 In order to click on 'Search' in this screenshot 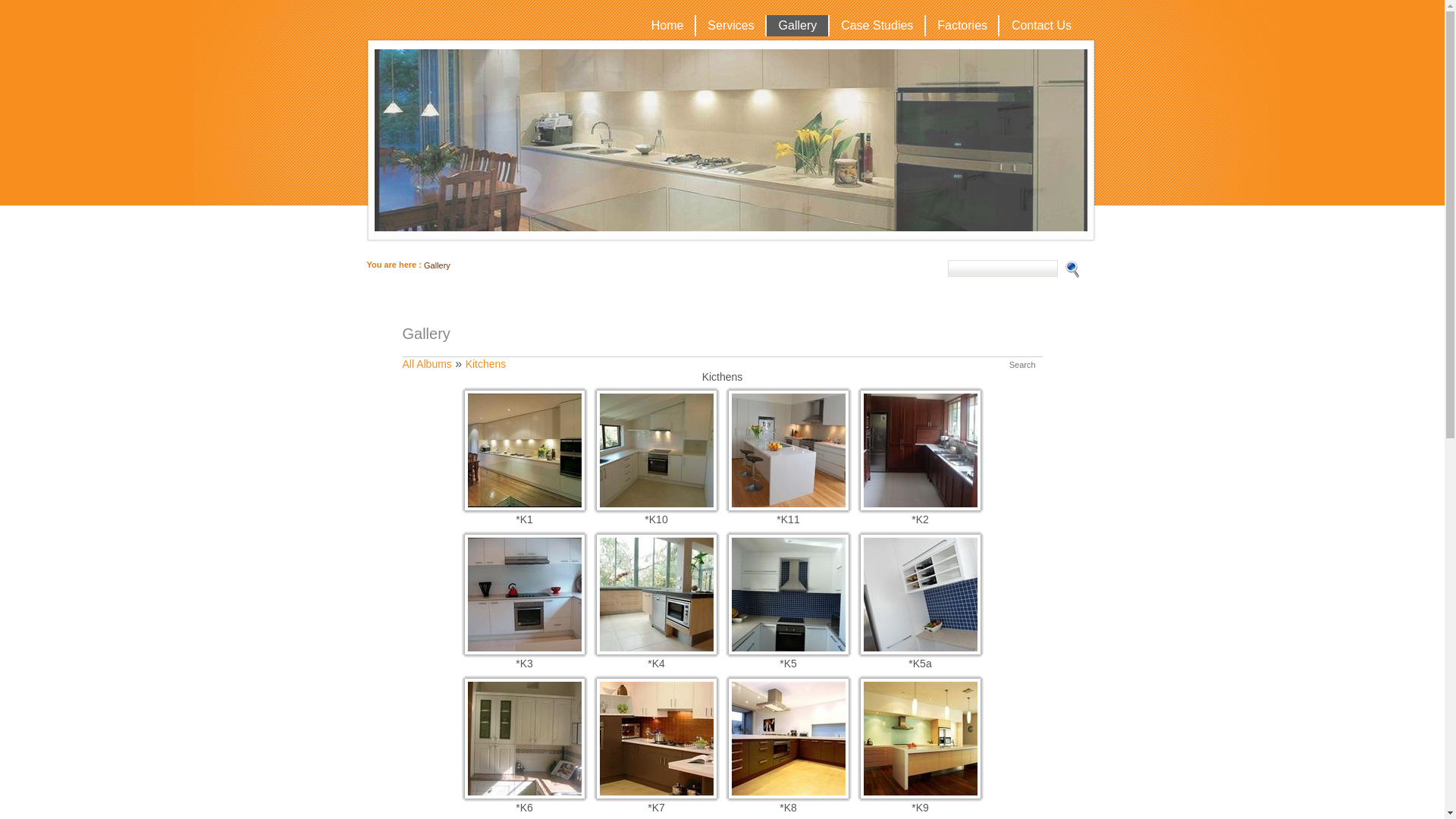, I will do `click(1022, 365)`.